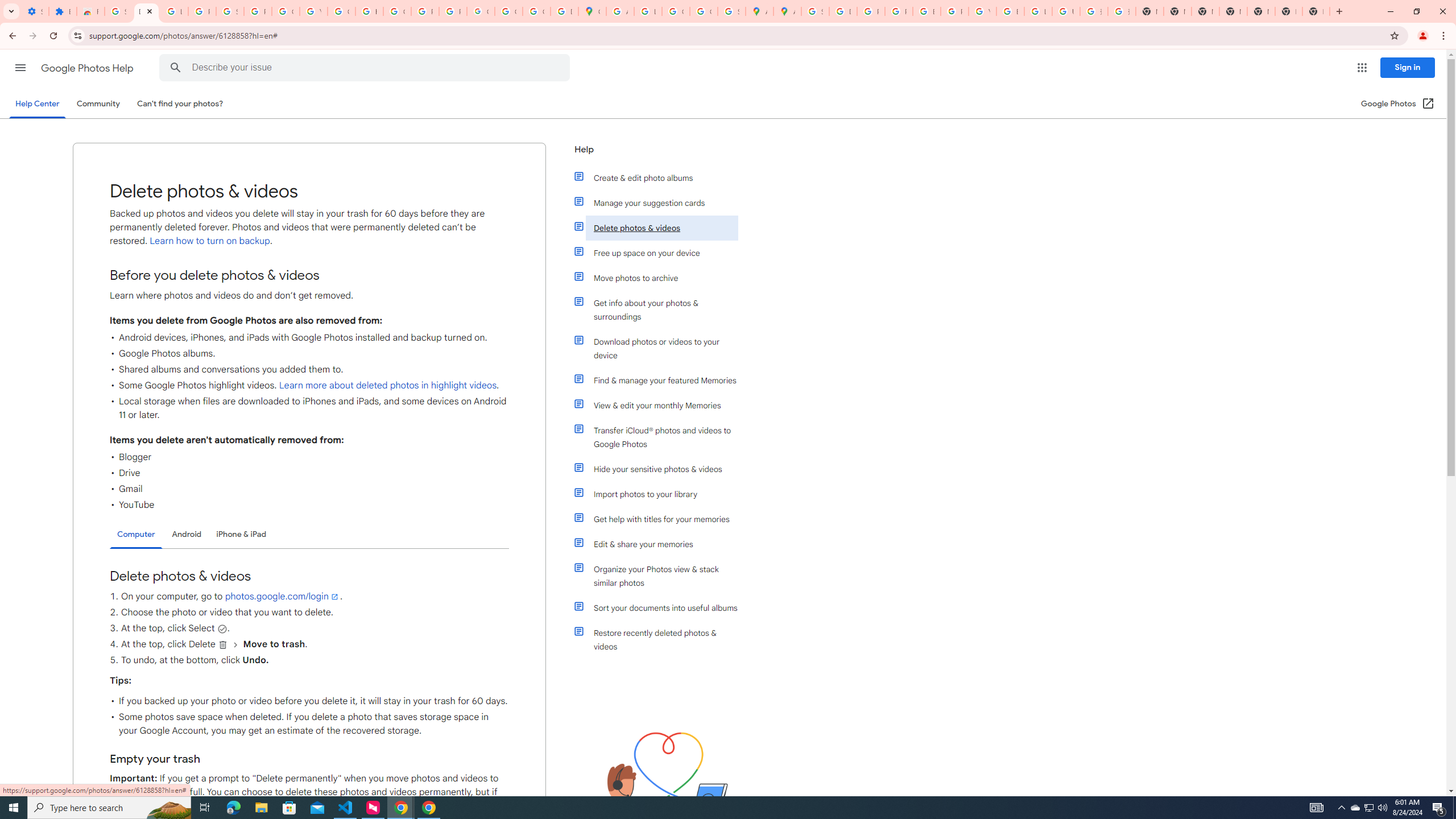 The height and width of the screenshot is (819, 1456). I want to click on 'Sign in - Google Accounts', so click(118, 11).